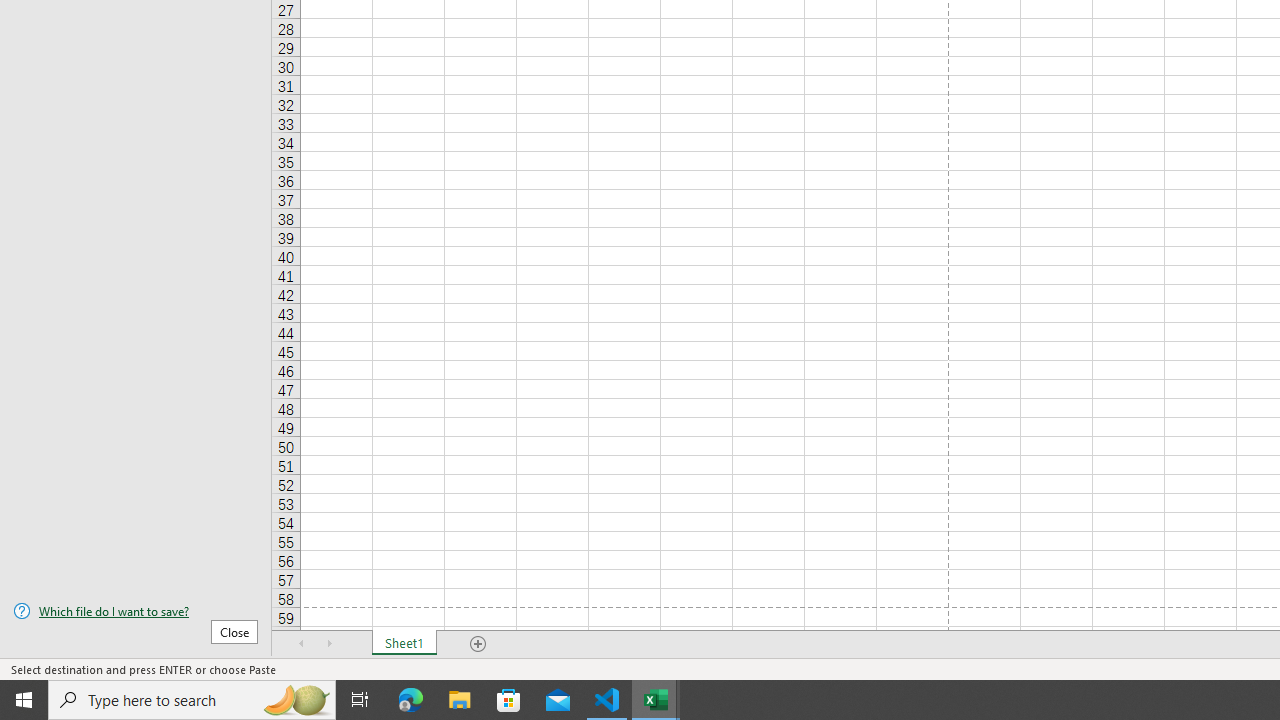  What do you see at coordinates (192, 698) in the screenshot?
I see `'Type here to search'` at bounding box center [192, 698].